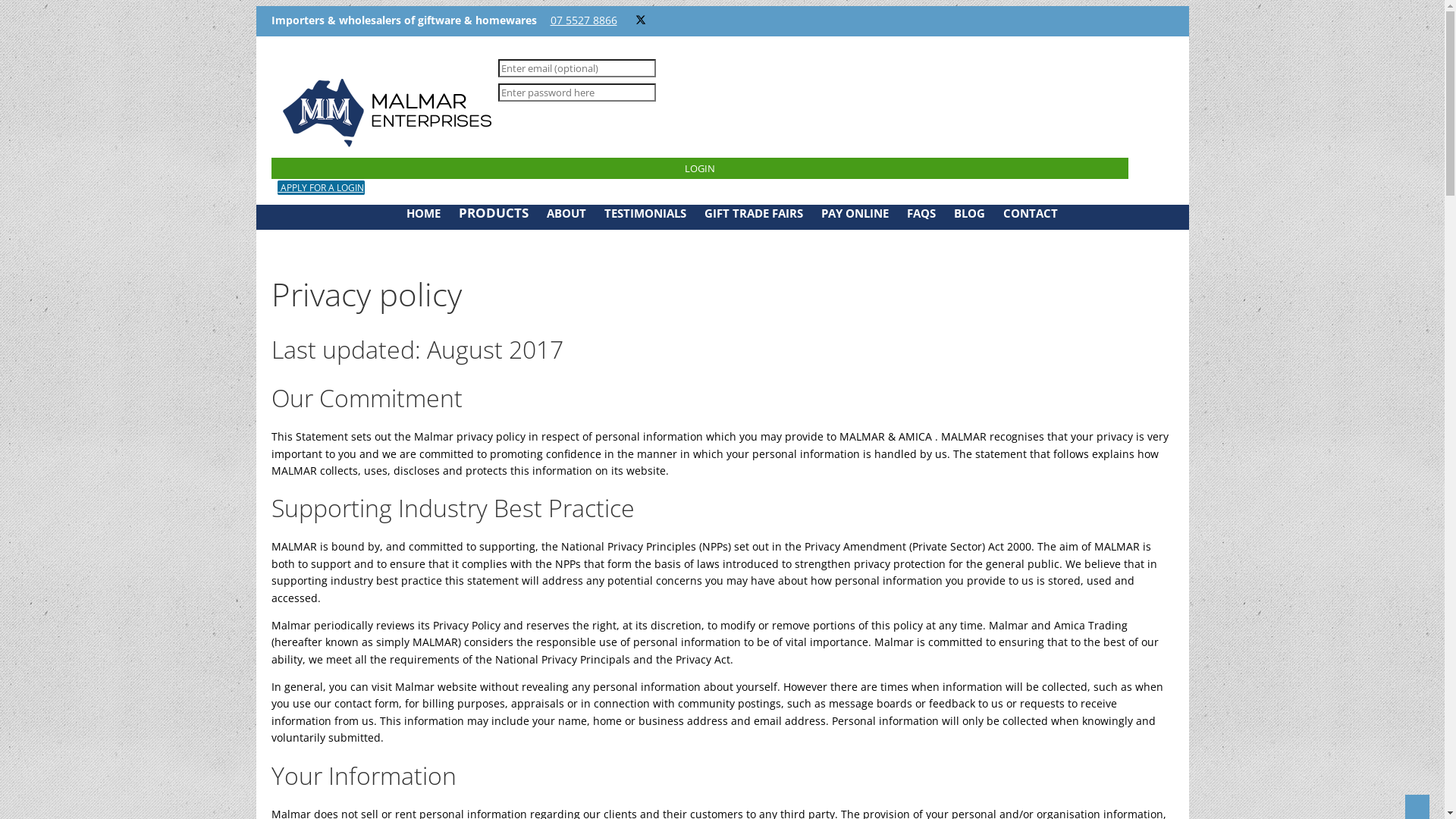 The image size is (1456, 819). I want to click on 'Enter email to be able to retrieve cart later.', so click(575, 67).